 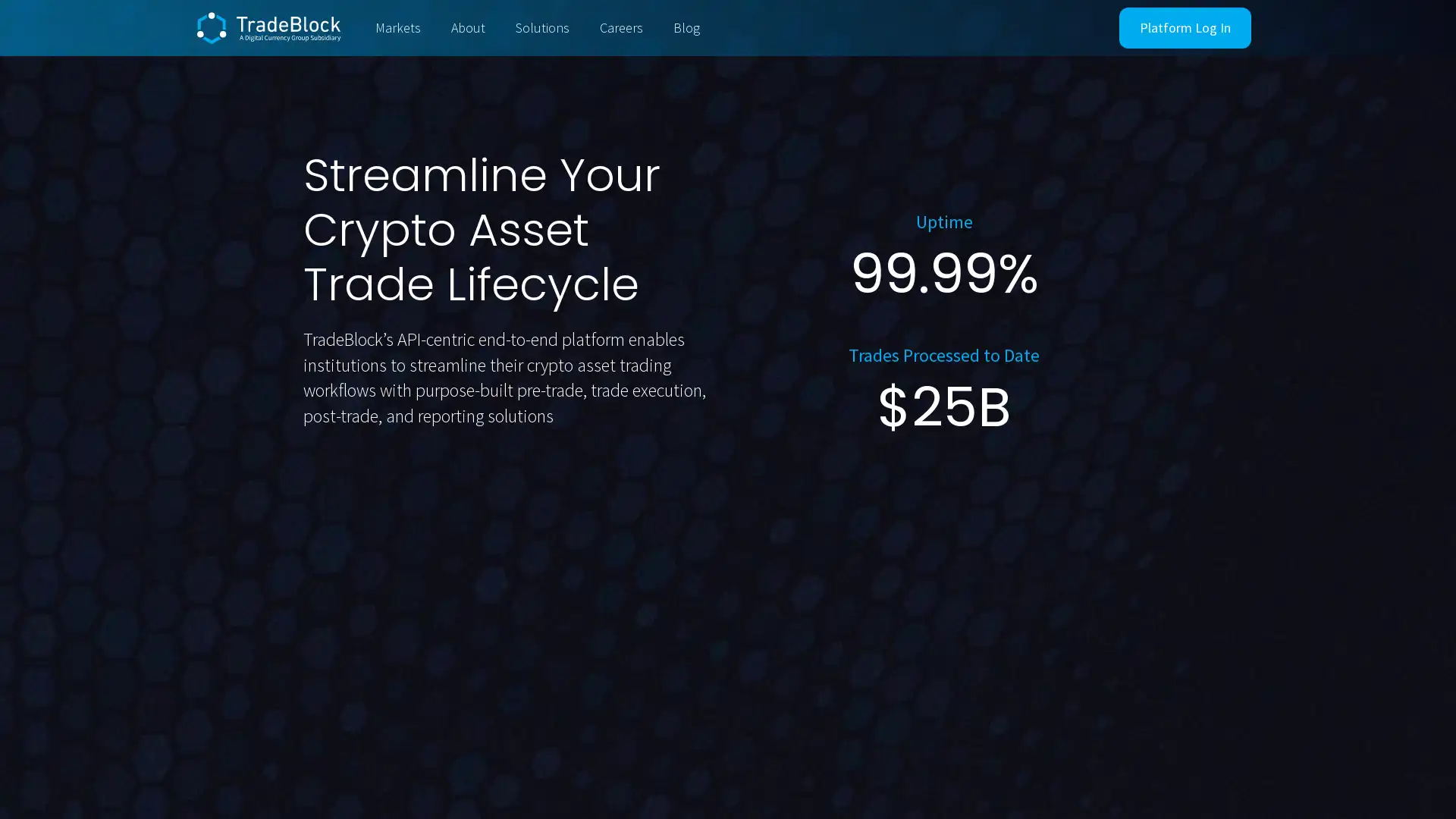 What do you see at coordinates (382, 501) in the screenshot?
I see `Schedule Demo` at bounding box center [382, 501].